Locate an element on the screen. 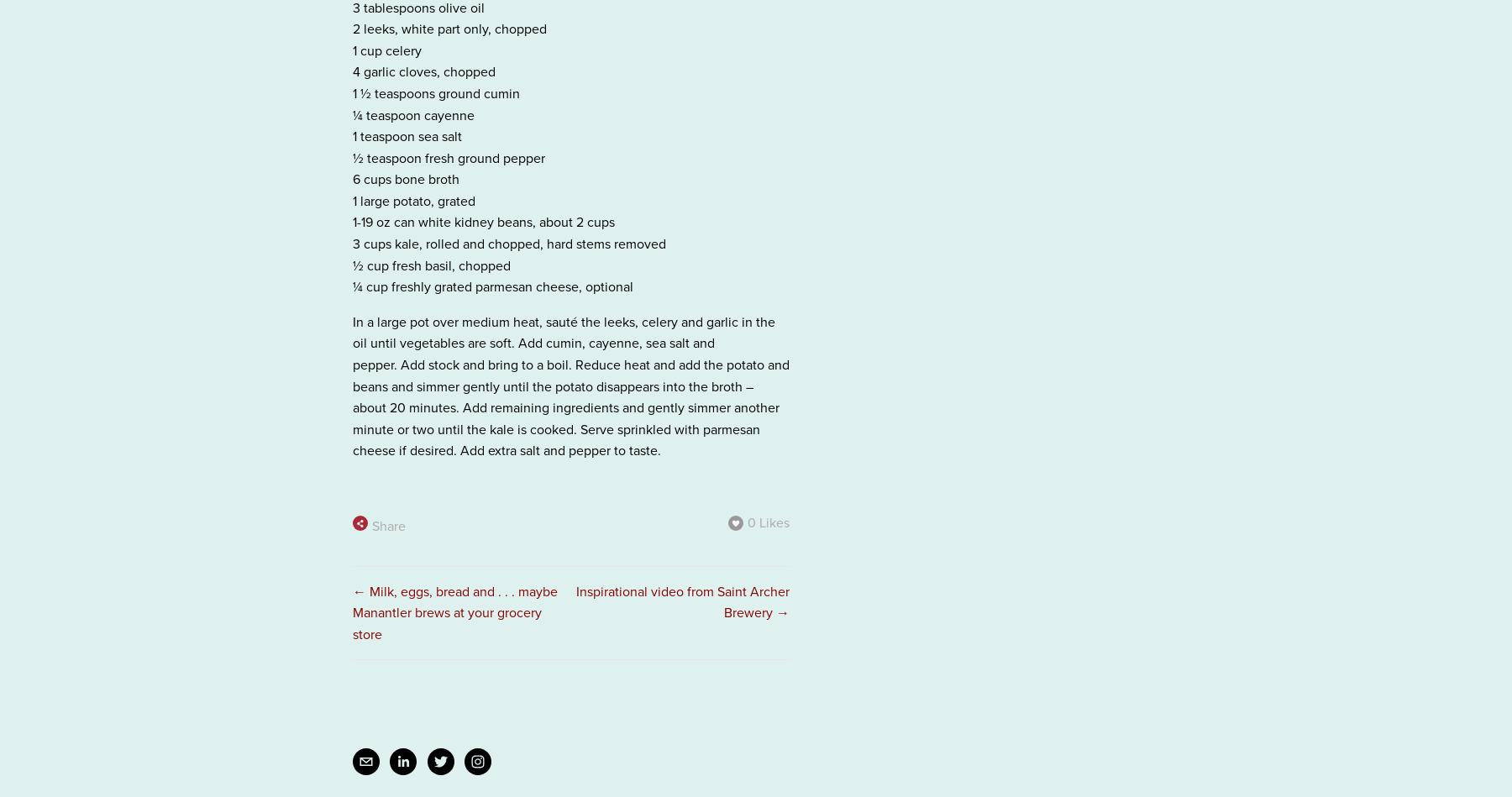 This screenshot has height=797, width=1512. '¼ cup freshly grated parmesan cheese, optional' is located at coordinates (492, 286).